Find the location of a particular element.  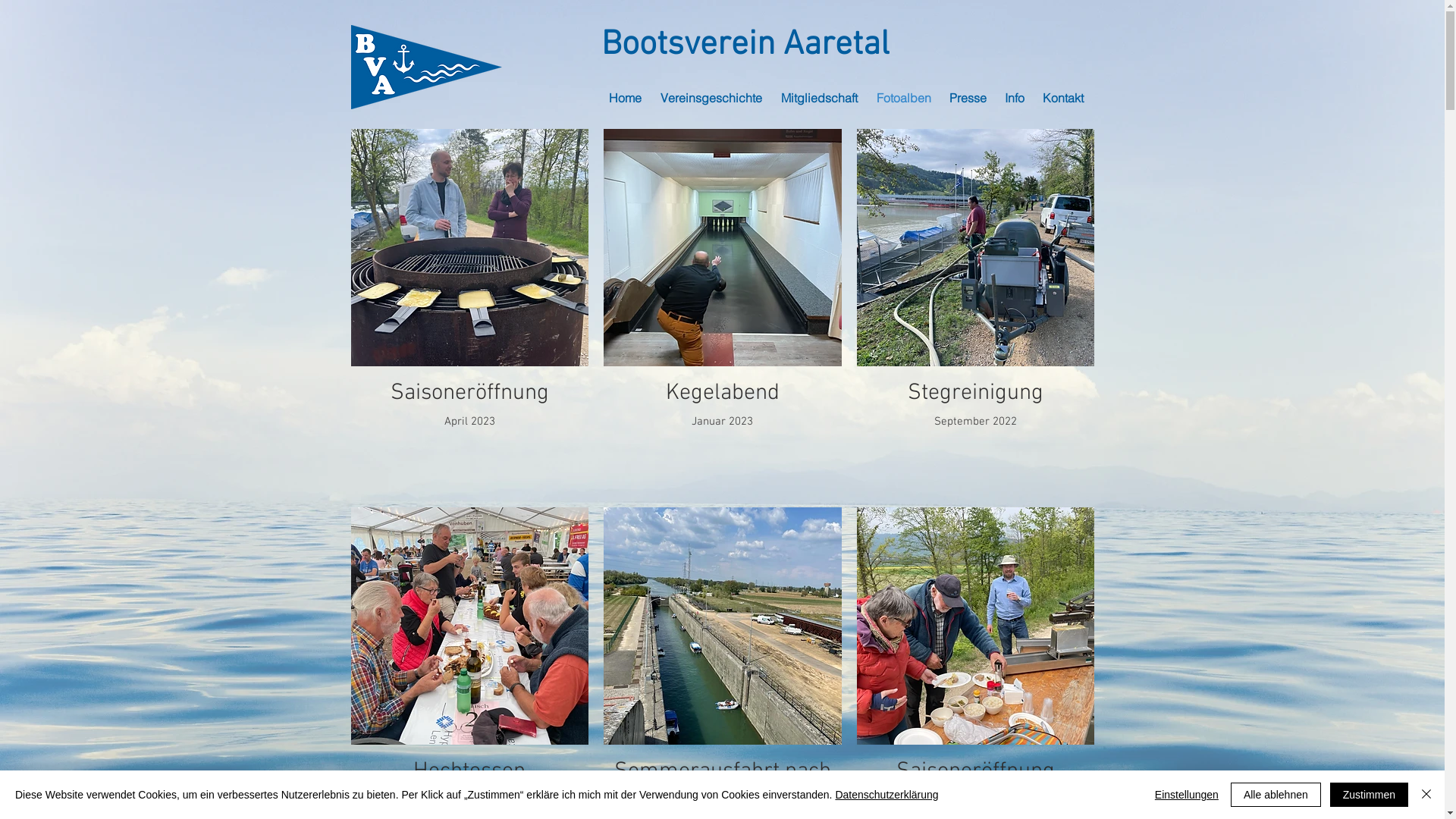

'Alle ablehnen' is located at coordinates (1230, 794).